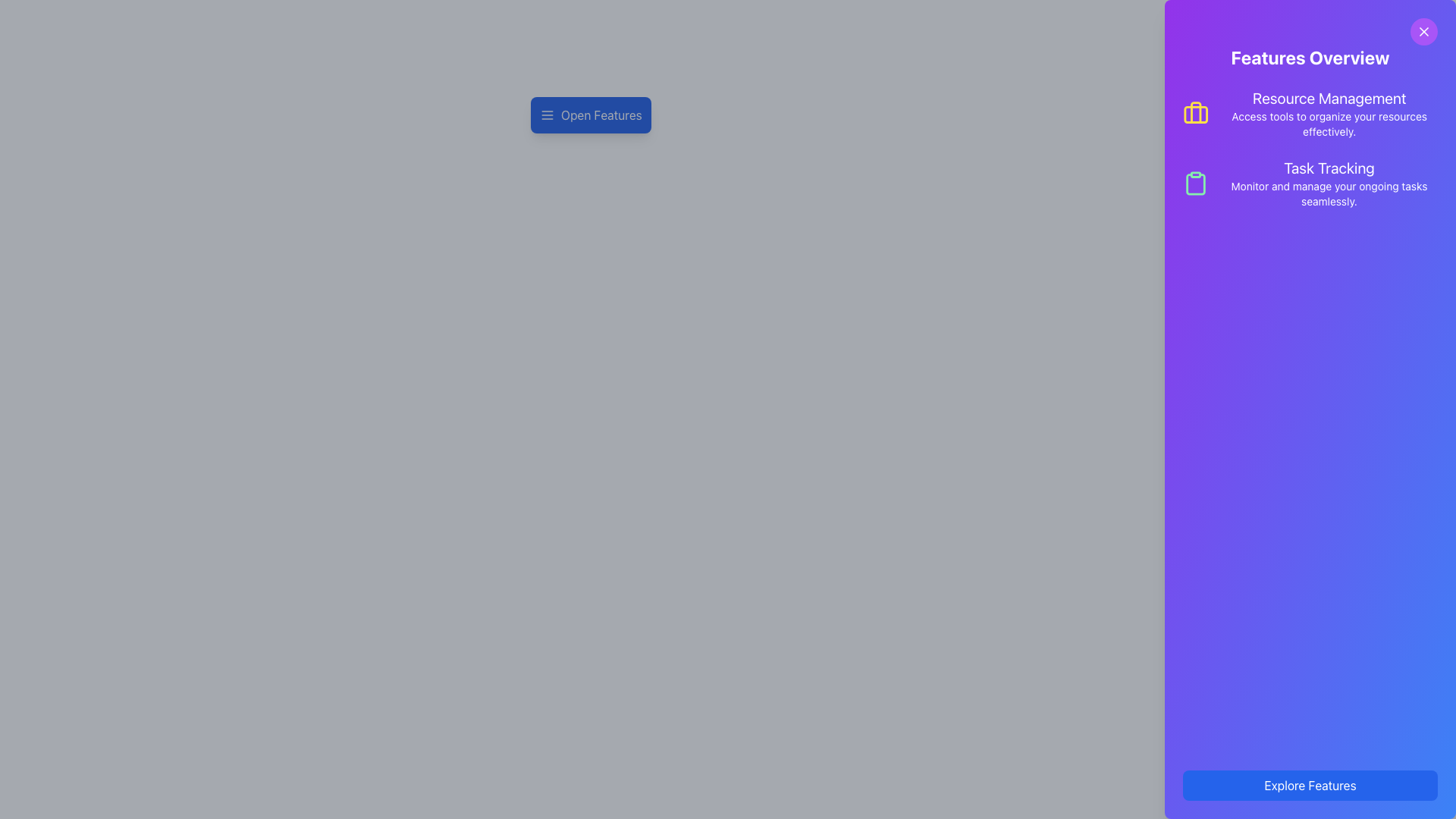 Image resolution: width=1456 pixels, height=819 pixels. I want to click on the toggle button located in the top-left corner of the interface to trigger hover effects, so click(590, 114).